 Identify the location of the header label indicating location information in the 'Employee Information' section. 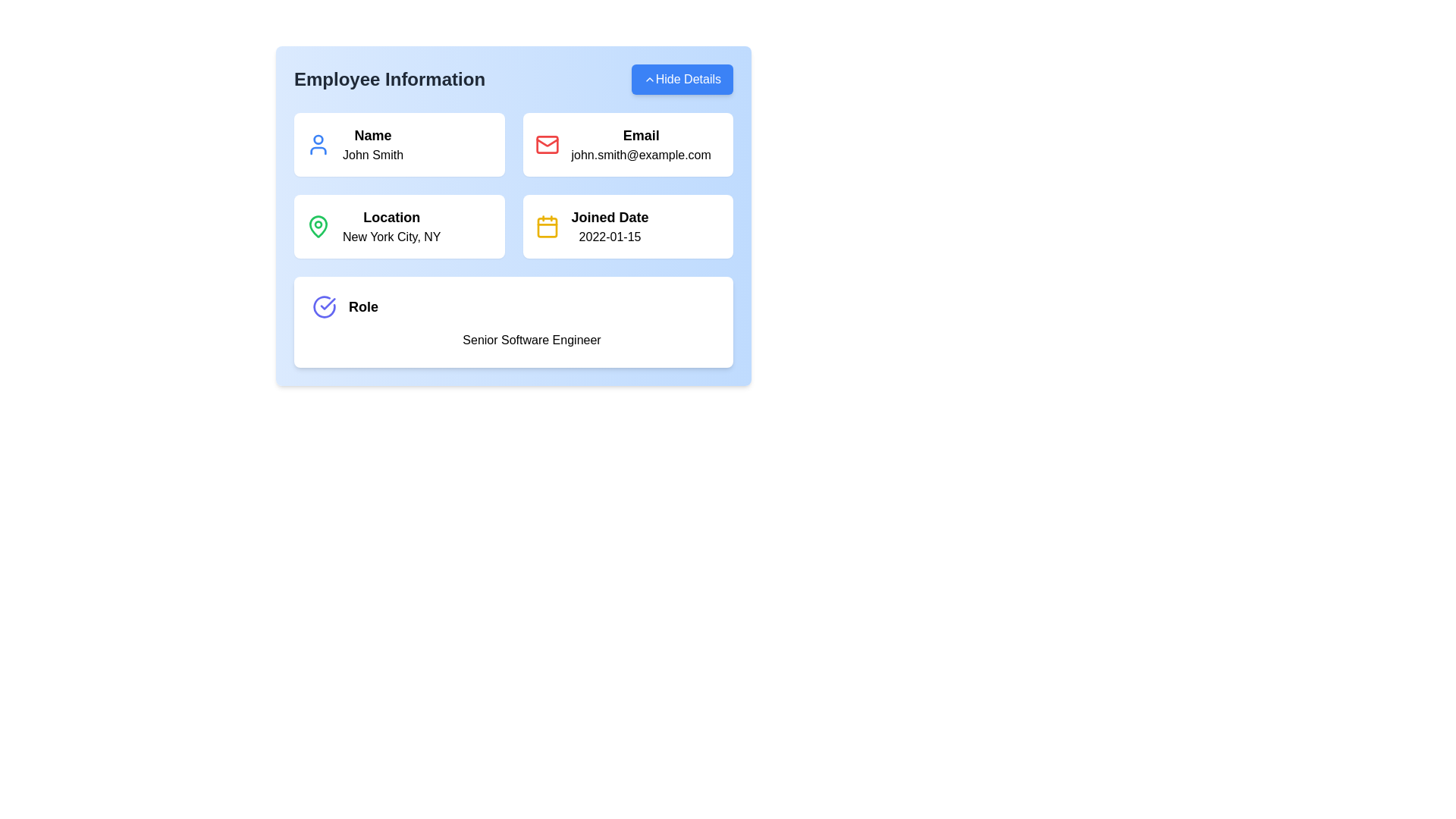
(391, 217).